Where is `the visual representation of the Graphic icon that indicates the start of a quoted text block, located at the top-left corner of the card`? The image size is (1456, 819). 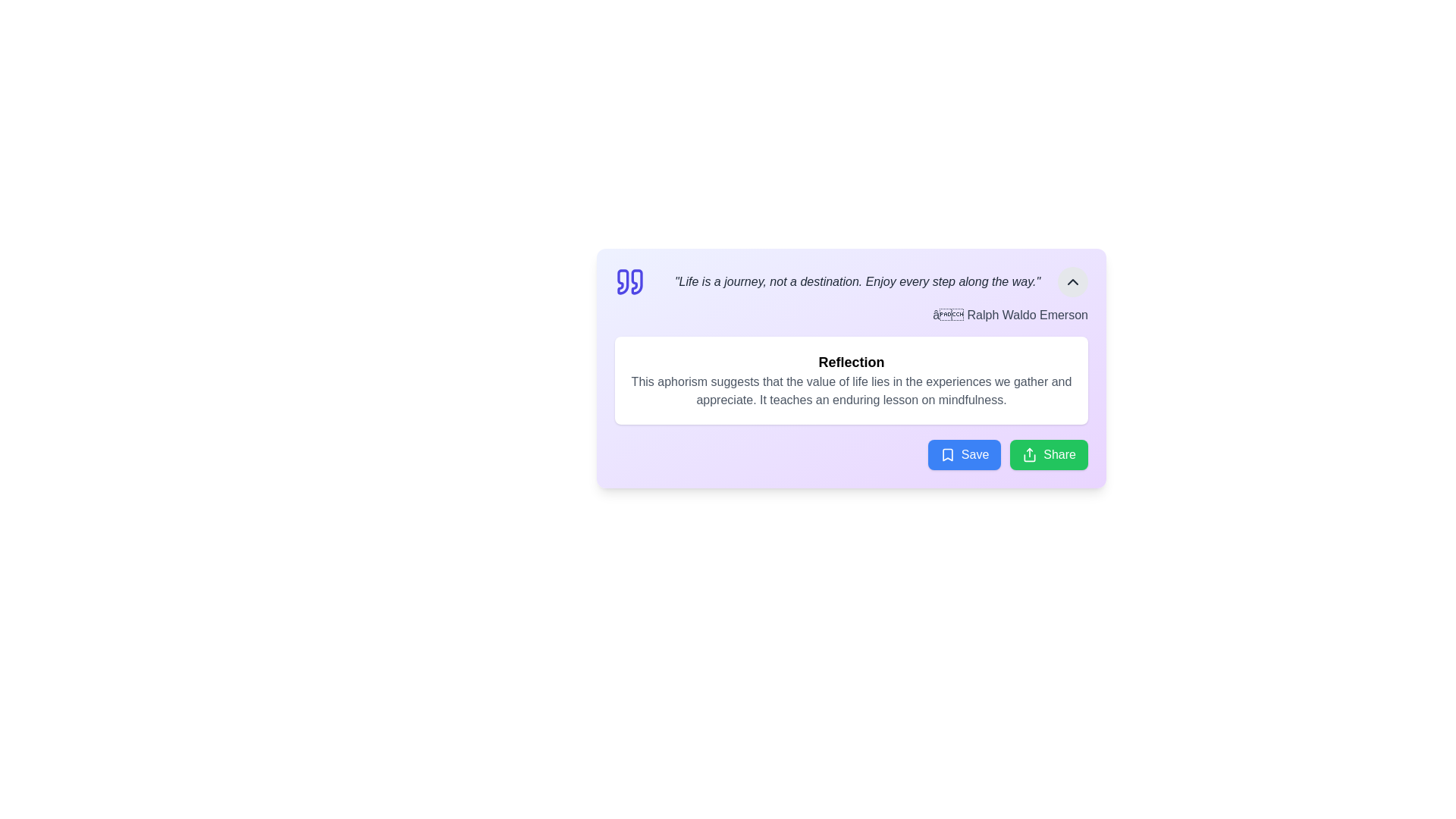
the visual representation of the Graphic icon that indicates the start of a quoted text block, located at the top-left corner of the card is located at coordinates (629, 281).